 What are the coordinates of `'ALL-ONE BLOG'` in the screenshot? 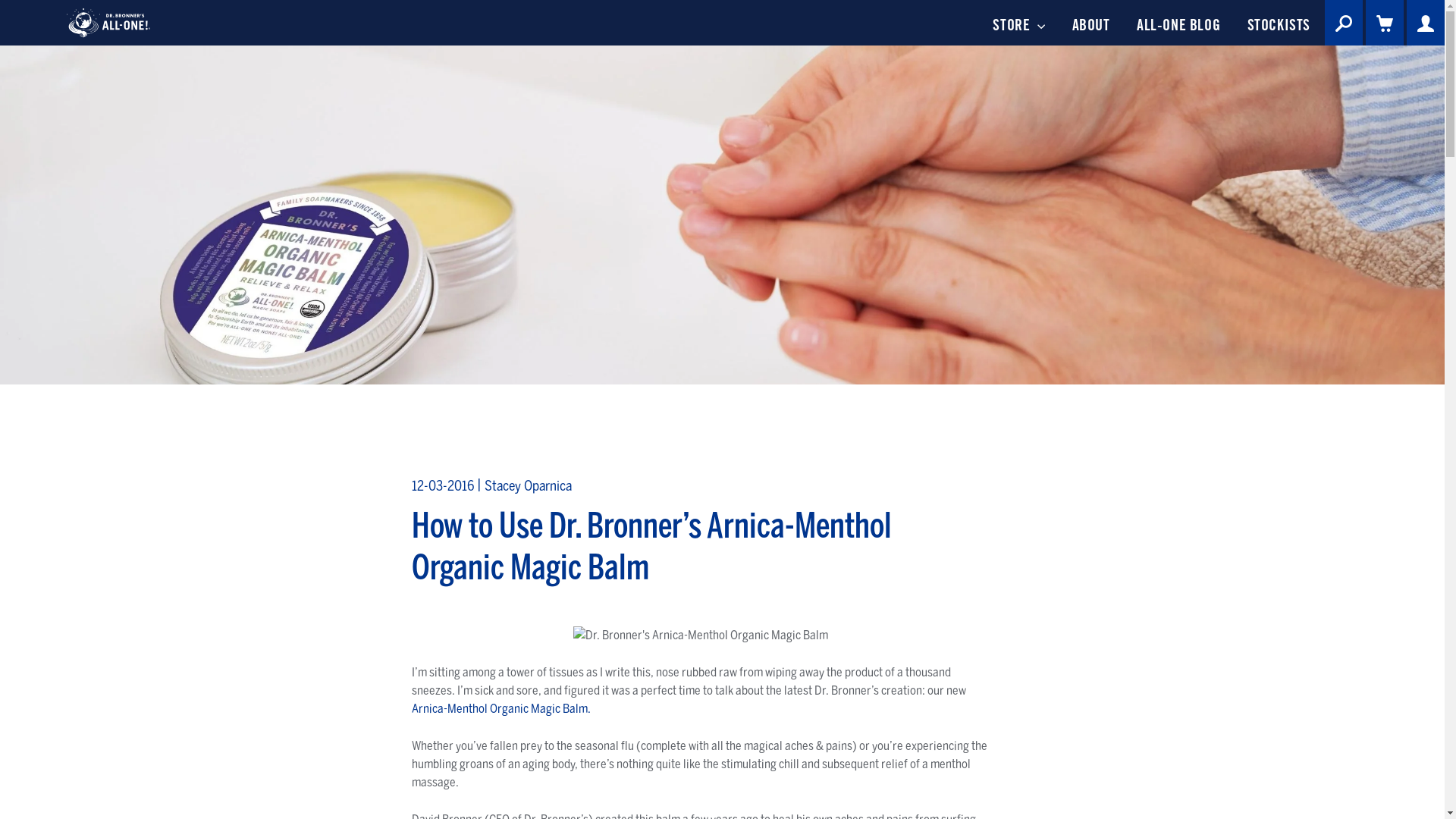 It's located at (1125, 23).